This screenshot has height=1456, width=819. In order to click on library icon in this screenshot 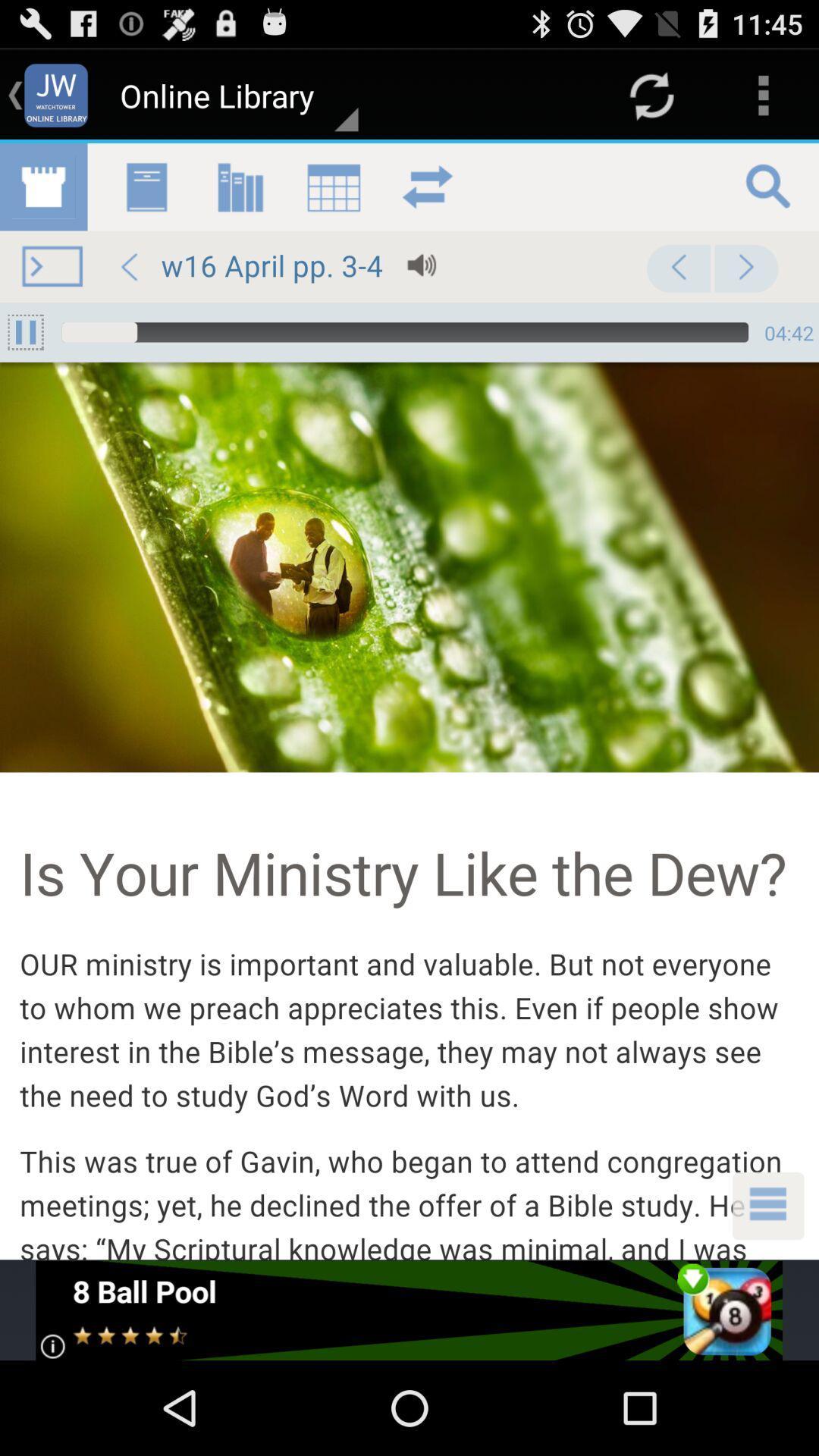, I will do `click(409, 701)`.